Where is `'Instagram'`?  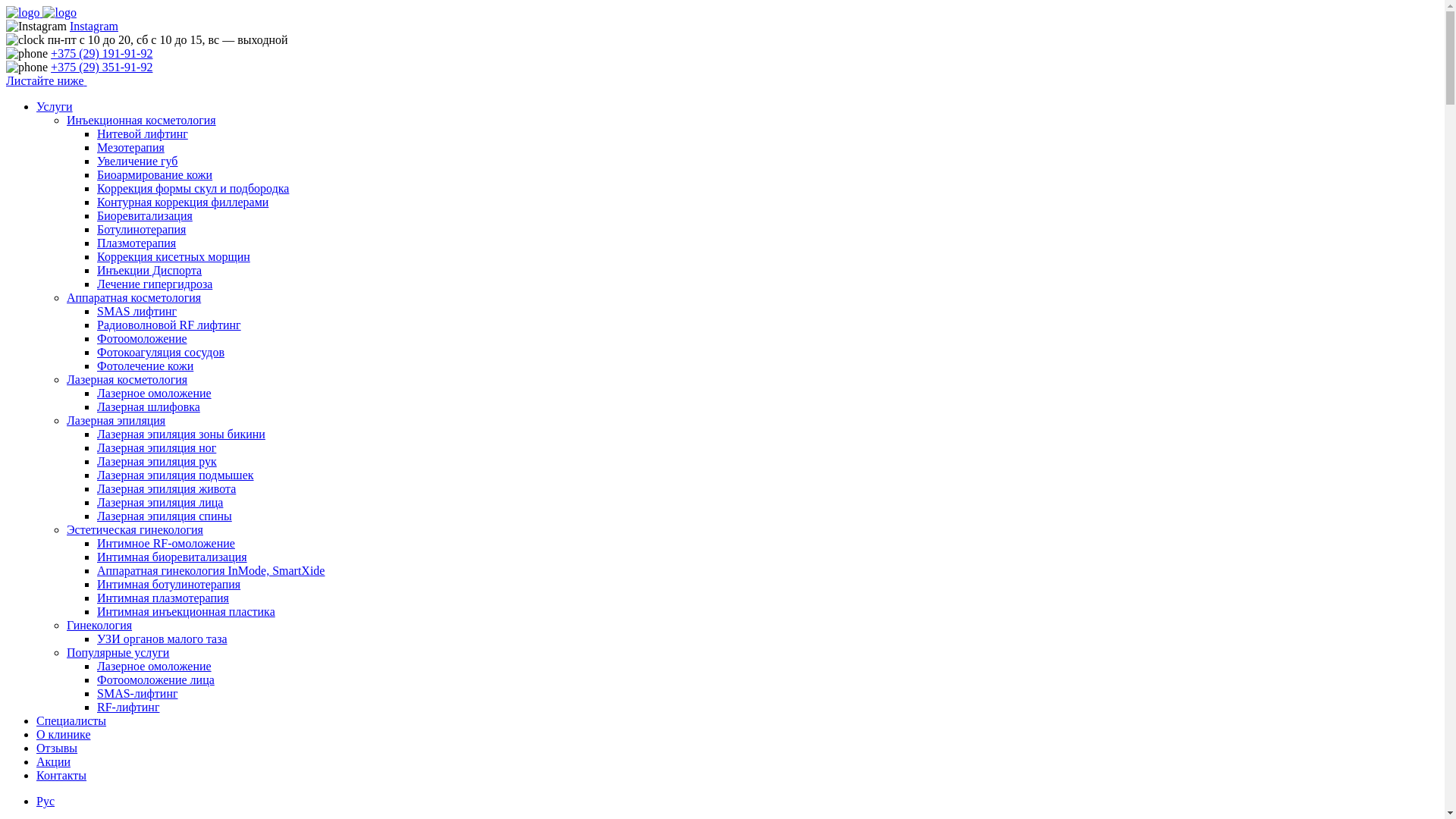 'Instagram' is located at coordinates (93, 26).